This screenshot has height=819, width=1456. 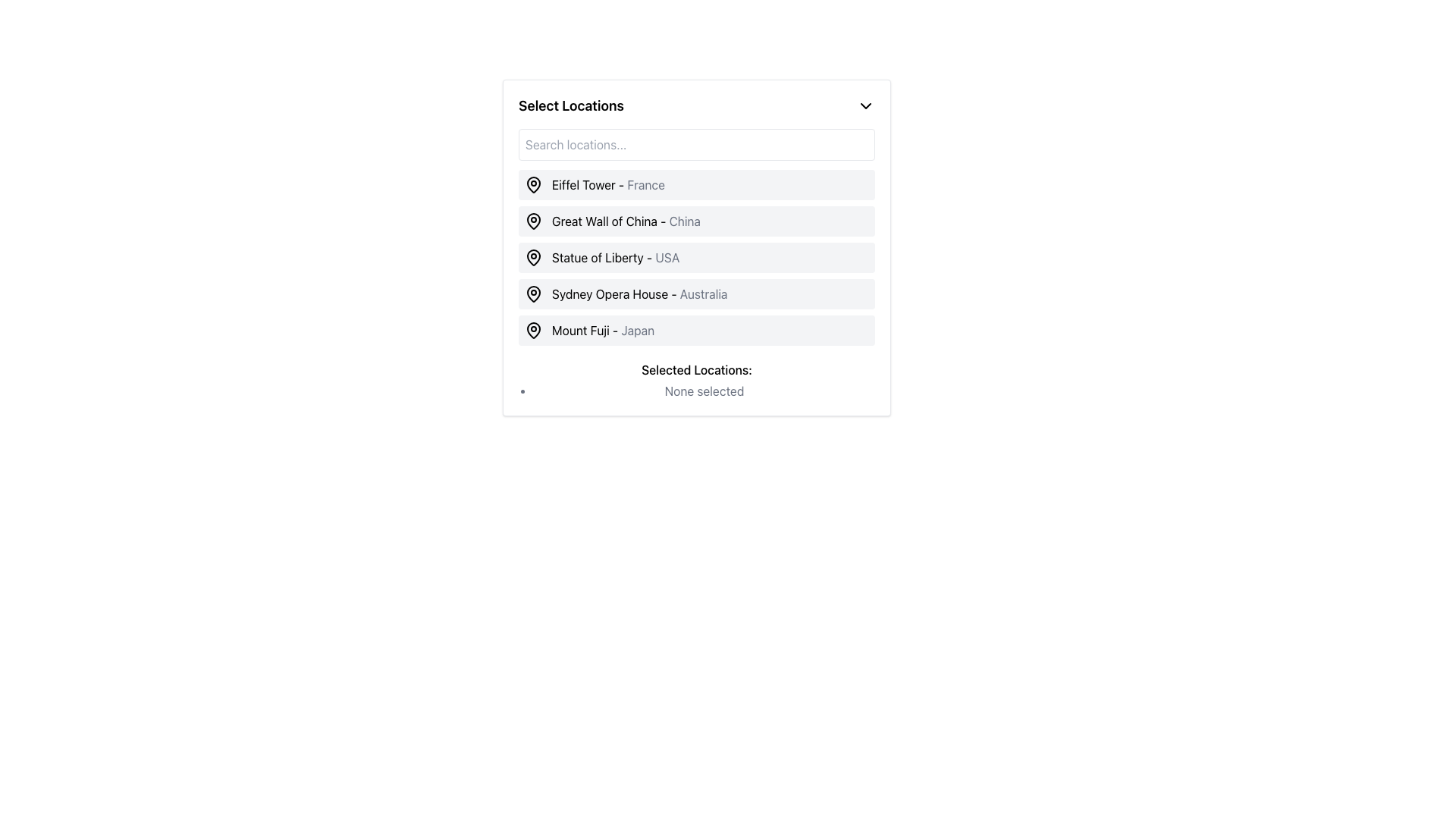 What do you see at coordinates (667, 256) in the screenshot?
I see `the text label providing the country name associated with the 'Statue of Liberty', located to the far right side of the text in the third row` at bounding box center [667, 256].